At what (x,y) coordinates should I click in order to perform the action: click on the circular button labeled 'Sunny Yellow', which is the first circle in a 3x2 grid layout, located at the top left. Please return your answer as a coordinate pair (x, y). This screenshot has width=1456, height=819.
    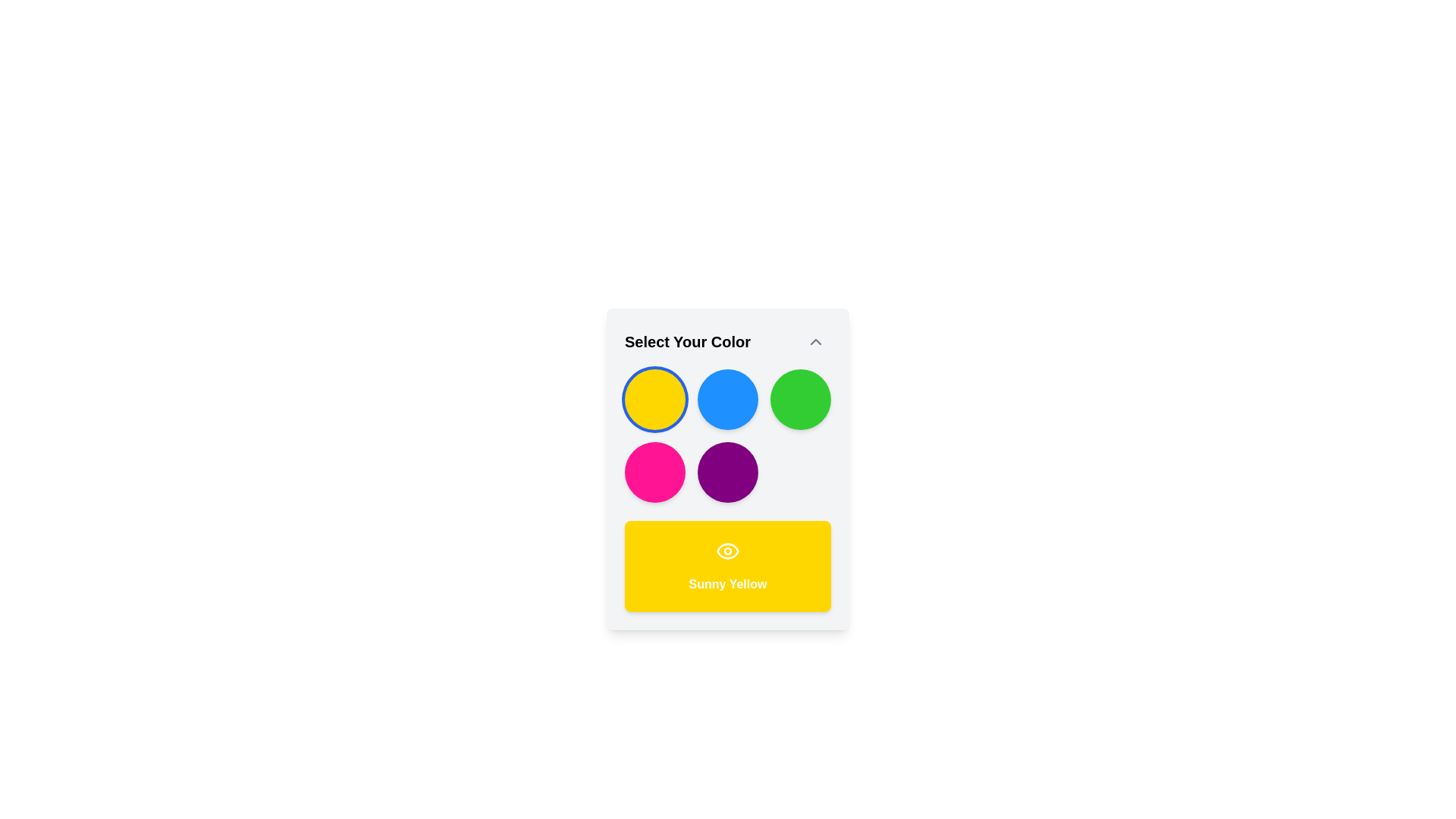
    Looking at the image, I should click on (655, 399).